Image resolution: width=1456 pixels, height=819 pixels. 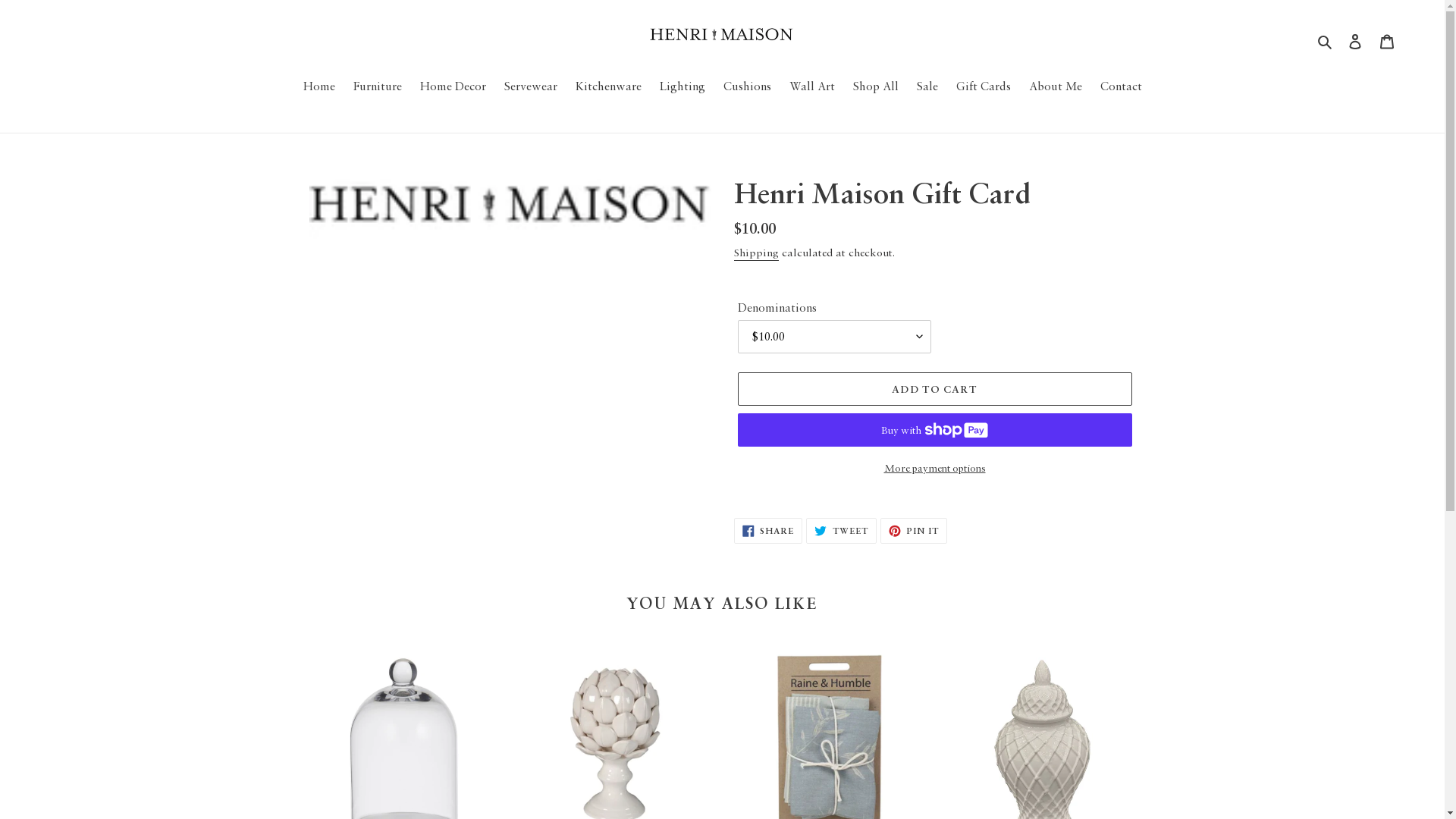 I want to click on 'Log in', so click(x=1339, y=39).